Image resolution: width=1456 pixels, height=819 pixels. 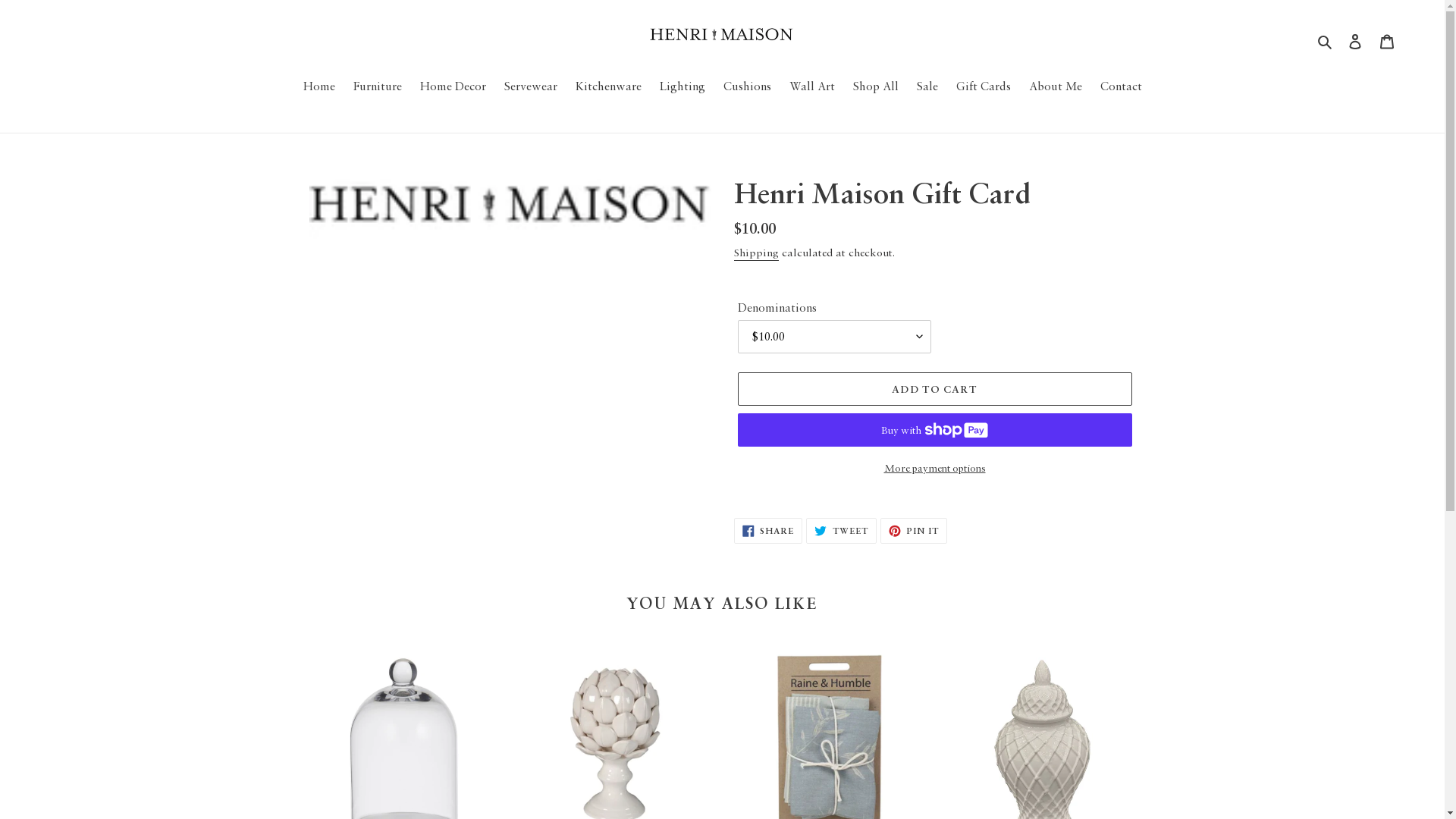 I want to click on 'Log in', so click(x=1339, y=39).